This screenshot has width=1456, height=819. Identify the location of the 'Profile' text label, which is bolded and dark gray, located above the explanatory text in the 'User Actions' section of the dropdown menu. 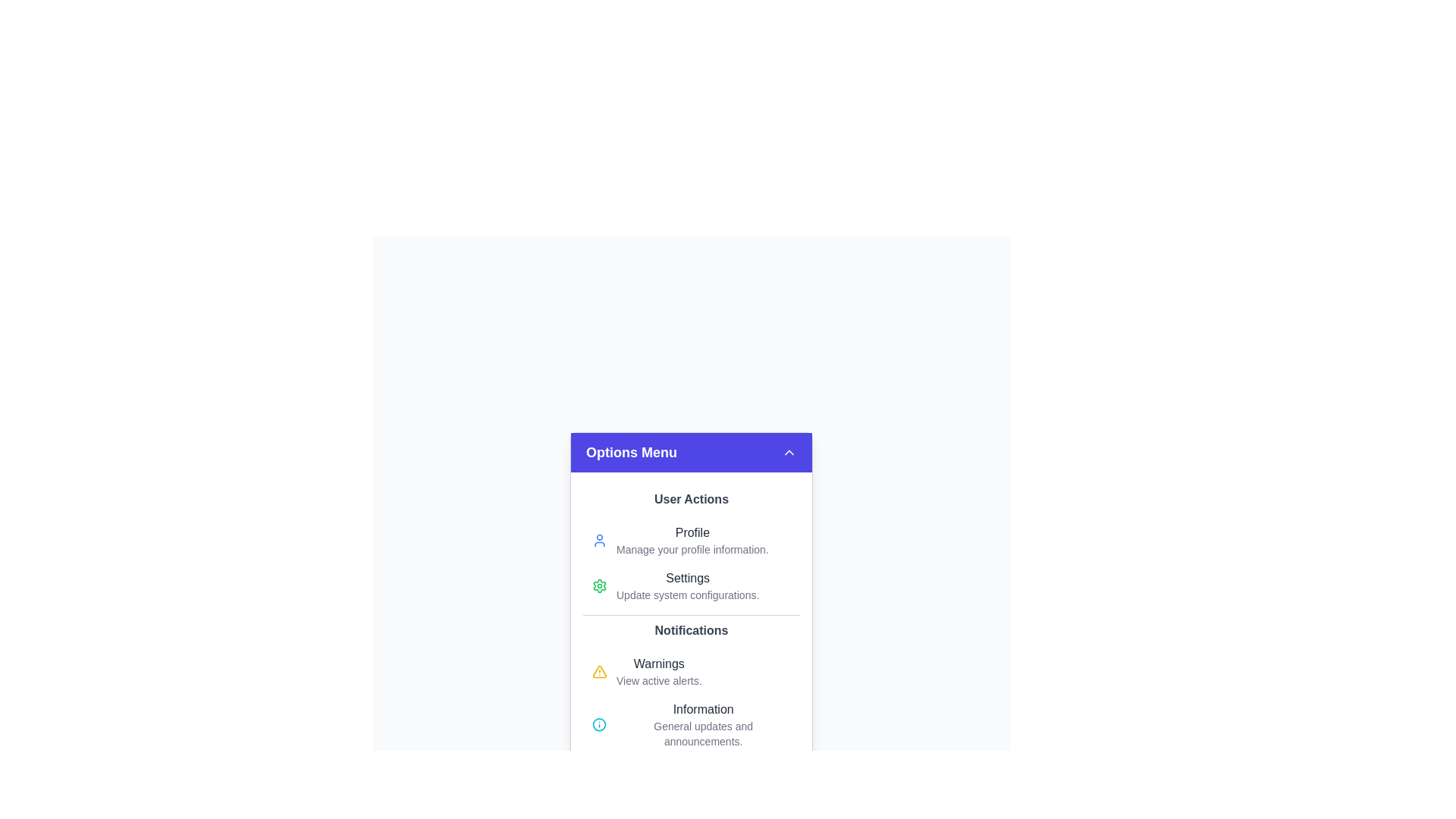
(692, 532).